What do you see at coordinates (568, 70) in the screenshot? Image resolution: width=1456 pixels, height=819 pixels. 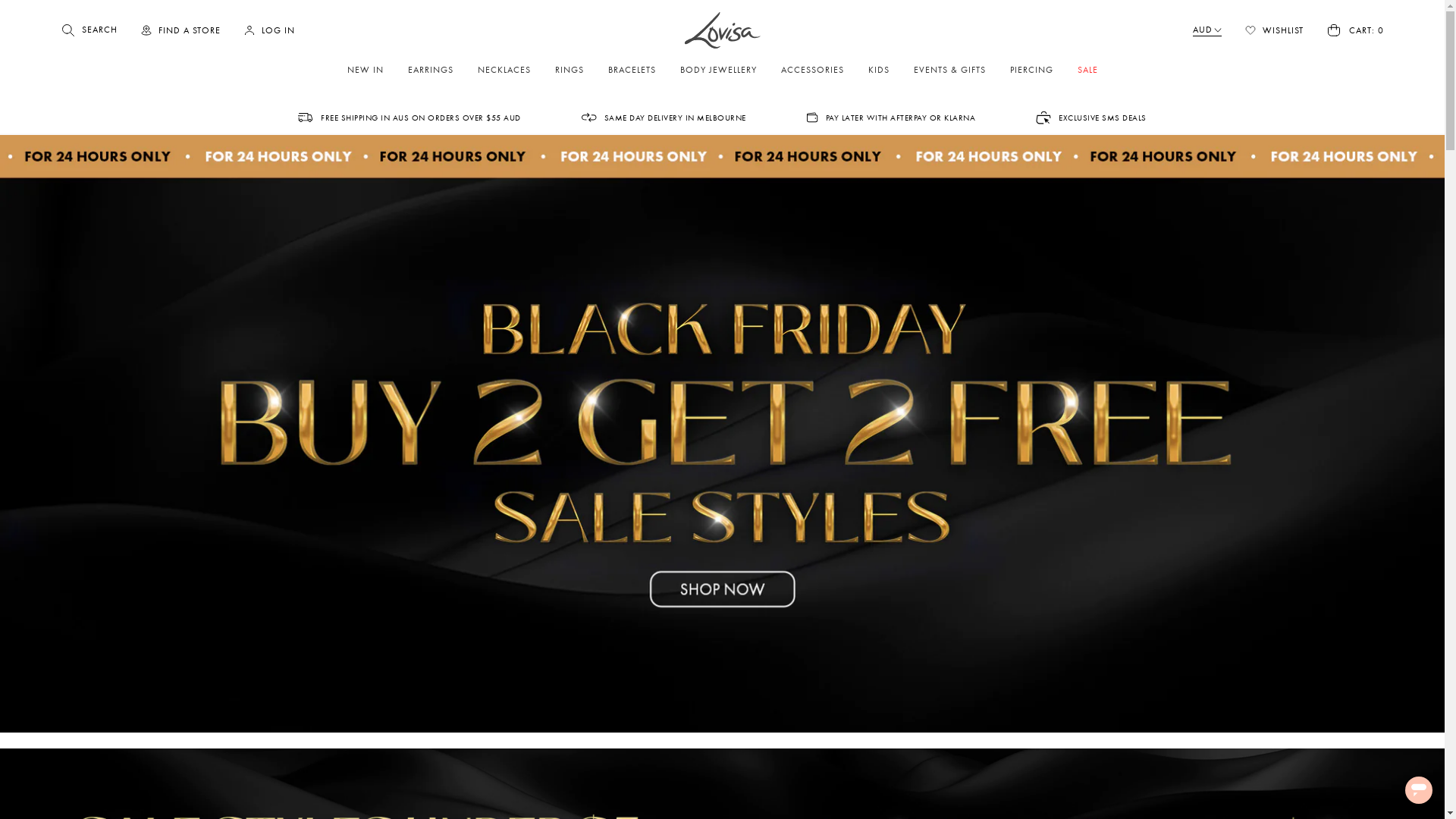 I see `'RINGS'` at bounding box center [568, 70].